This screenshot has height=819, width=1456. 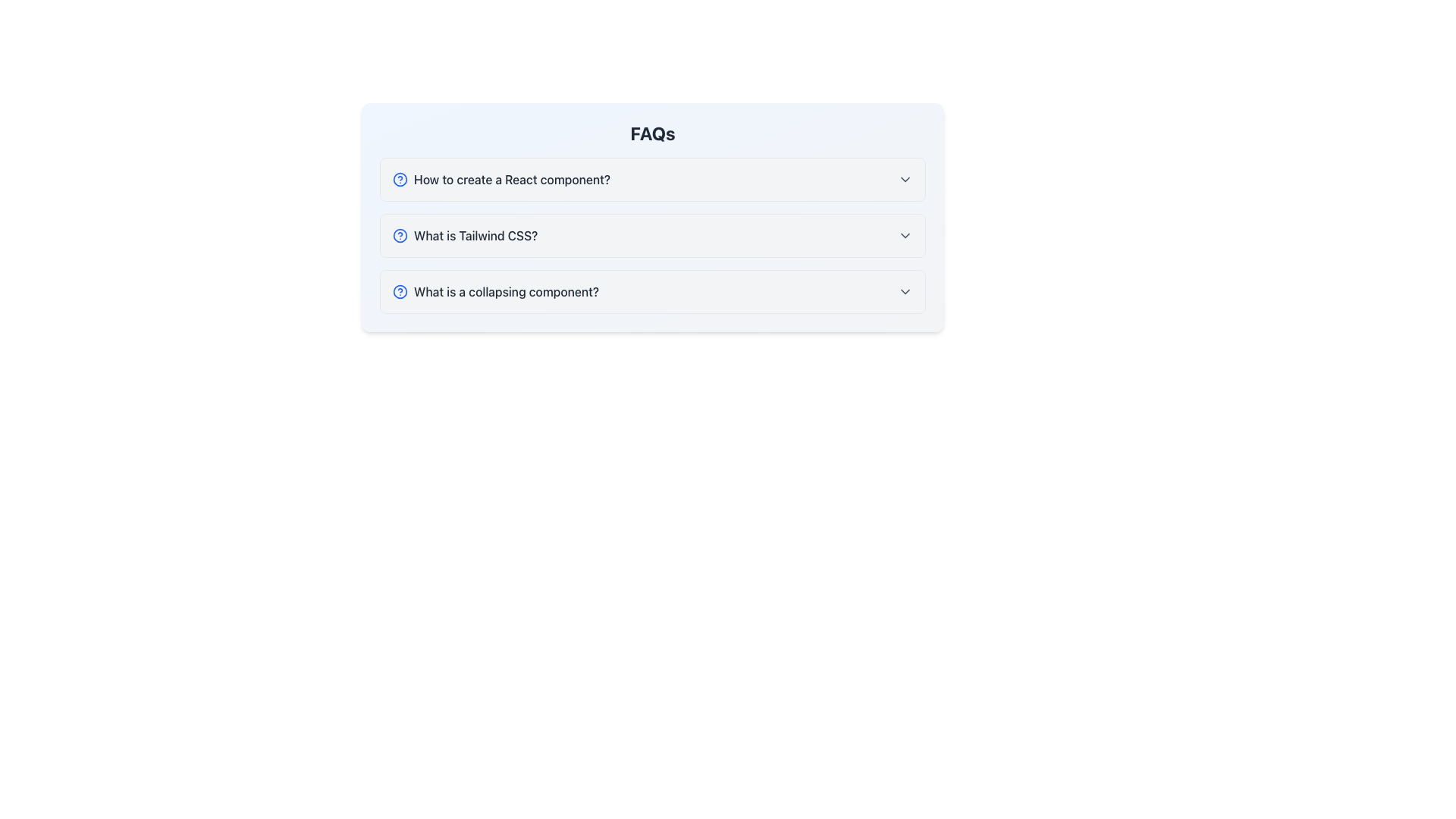 What do you see at coordinates (652, 236) in the screenshot?
I see `the second question in the FAQ section` at bounding box center [652, 236].